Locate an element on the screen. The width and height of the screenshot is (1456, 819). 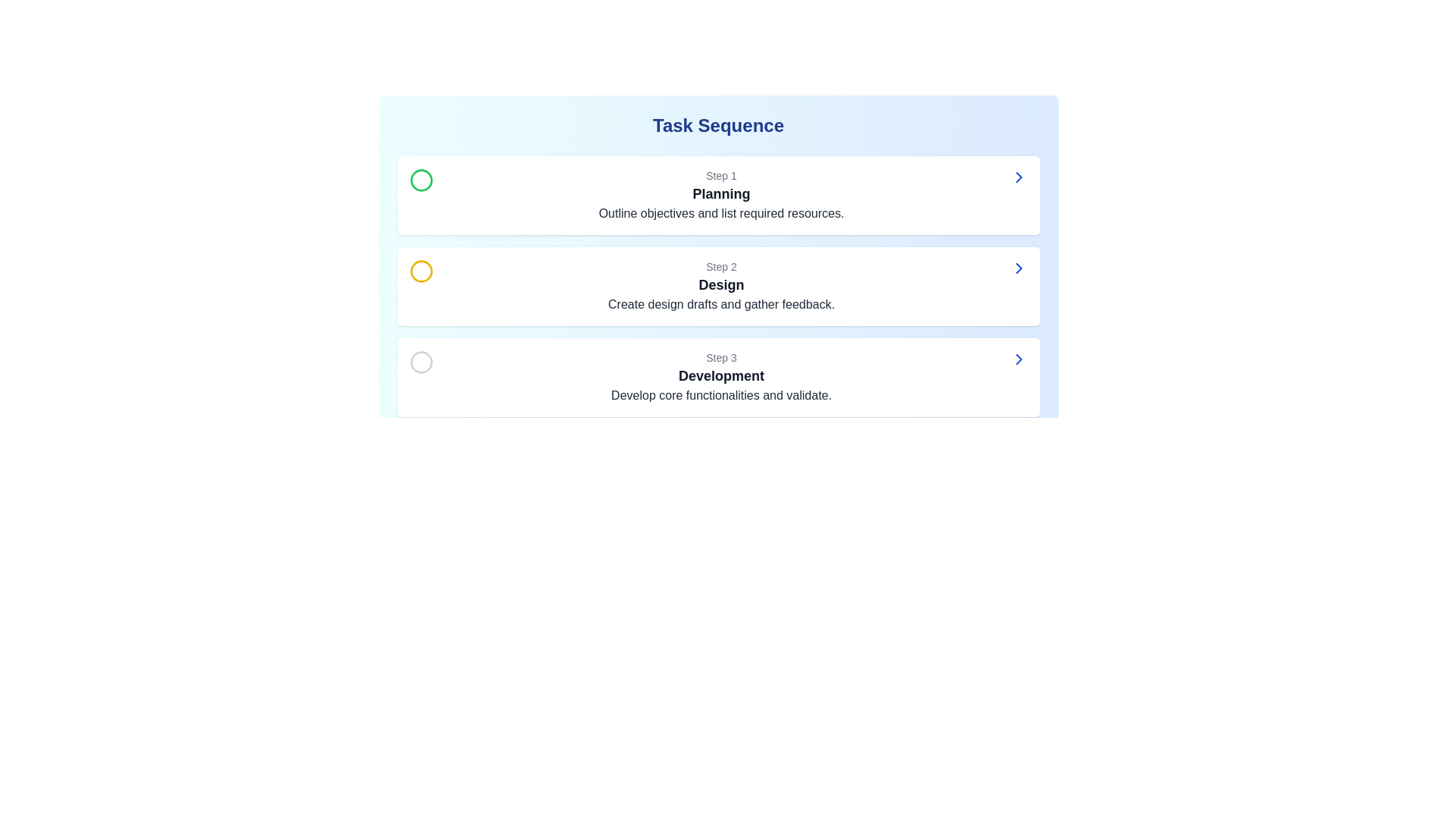
the Informational card indicating the 'Design' phase, which is the second card in a vertical sequence is located at coordinates (717, 287).